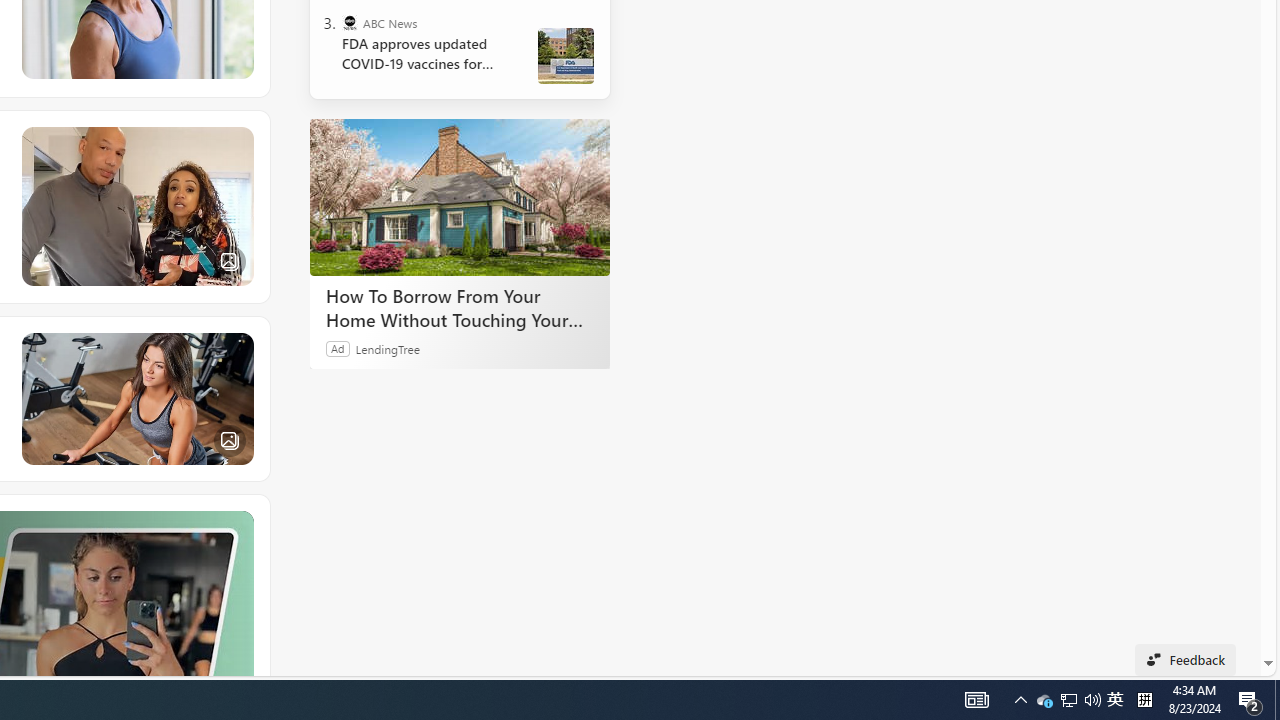  What do you see at coordinates (350, 23) in the screenshot?
I see `'ABC News'` at bounding box center [350, 23].